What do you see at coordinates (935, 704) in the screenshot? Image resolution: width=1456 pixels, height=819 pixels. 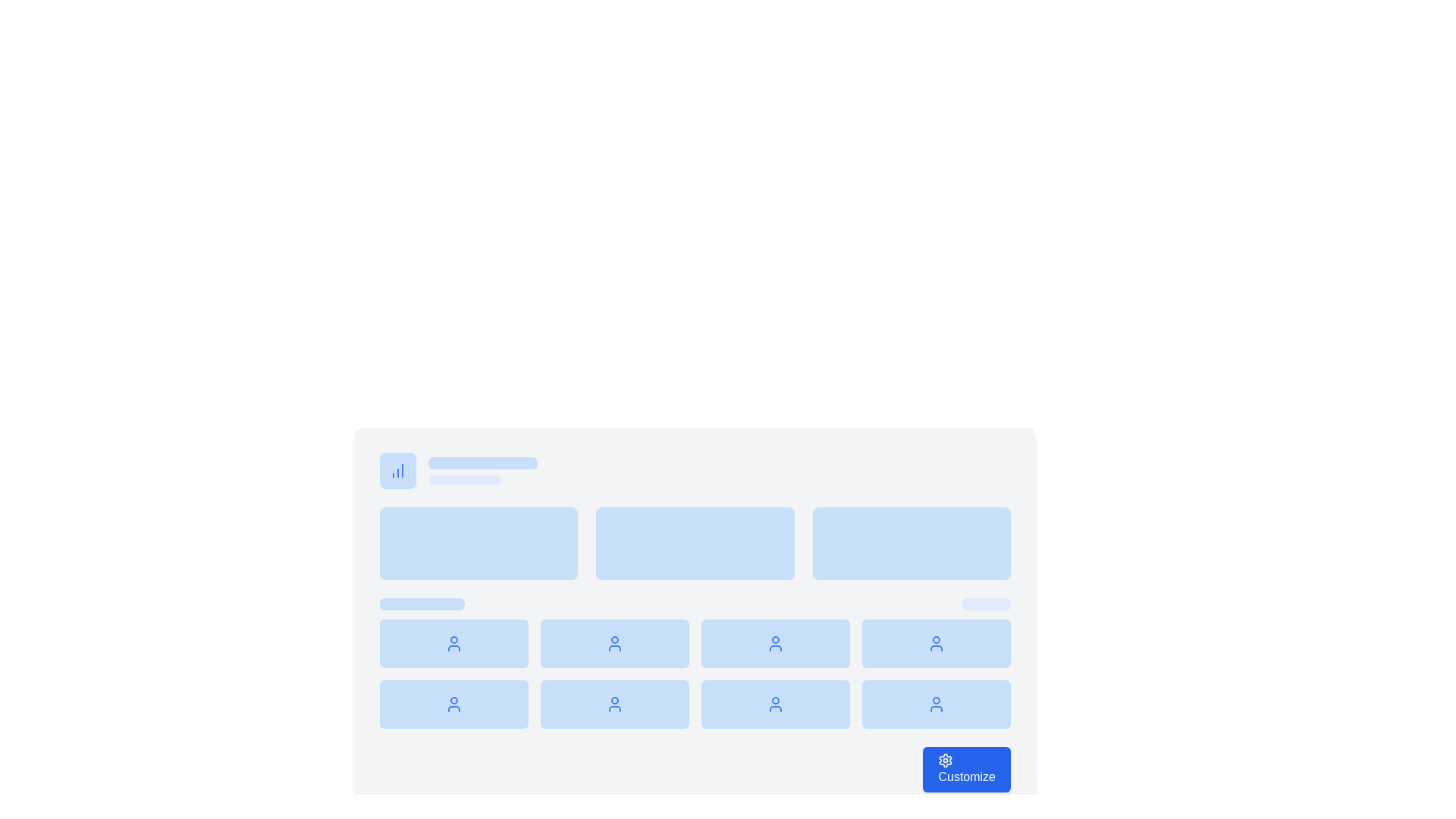 I see `the pulsating card-like UI element with a user icon in the bottom-right of the grid layout` at bounding box center [935, 704].